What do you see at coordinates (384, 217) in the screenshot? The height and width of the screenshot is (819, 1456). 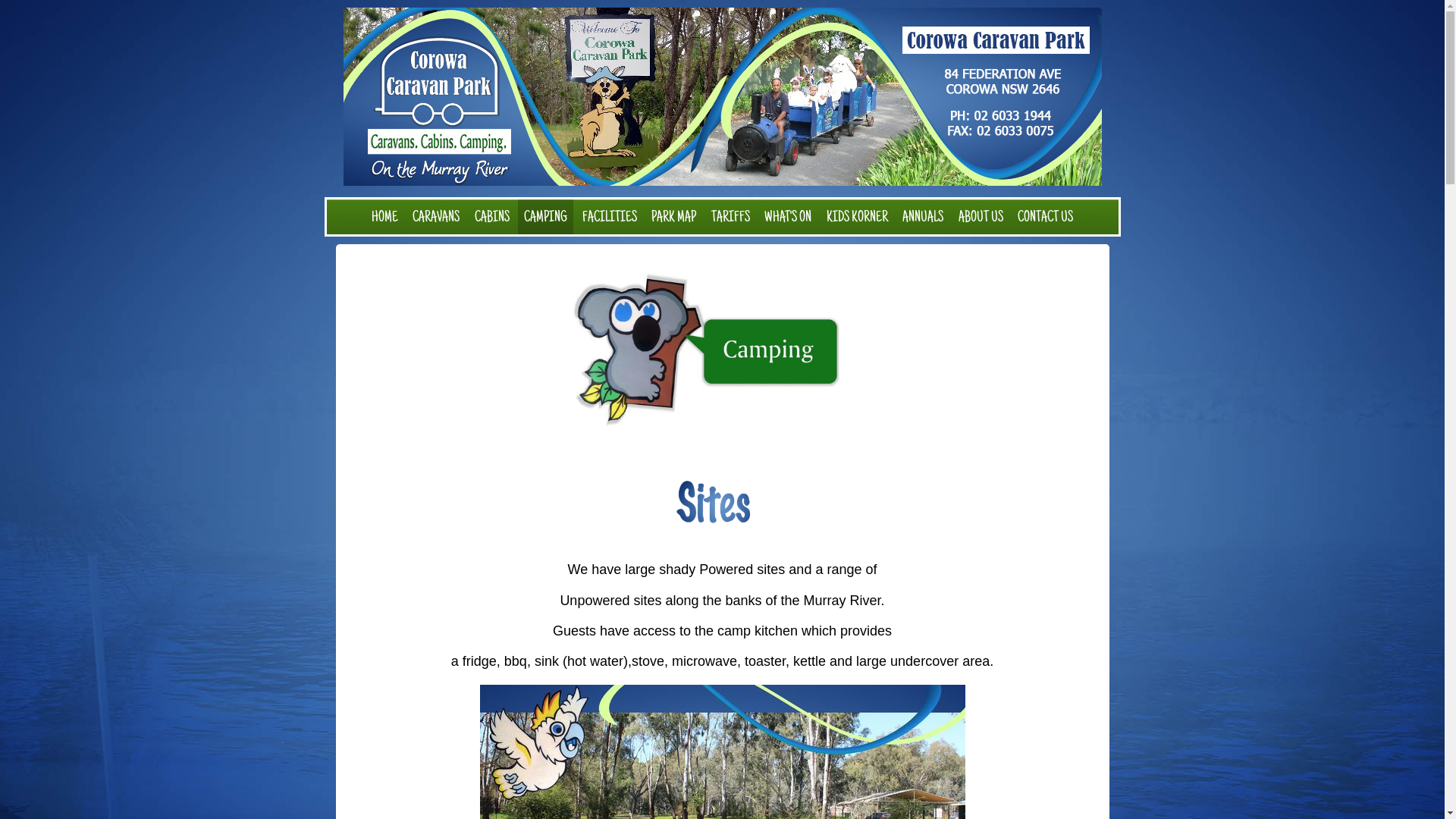 I see `'HOME'` at bounding box center [384, 217].